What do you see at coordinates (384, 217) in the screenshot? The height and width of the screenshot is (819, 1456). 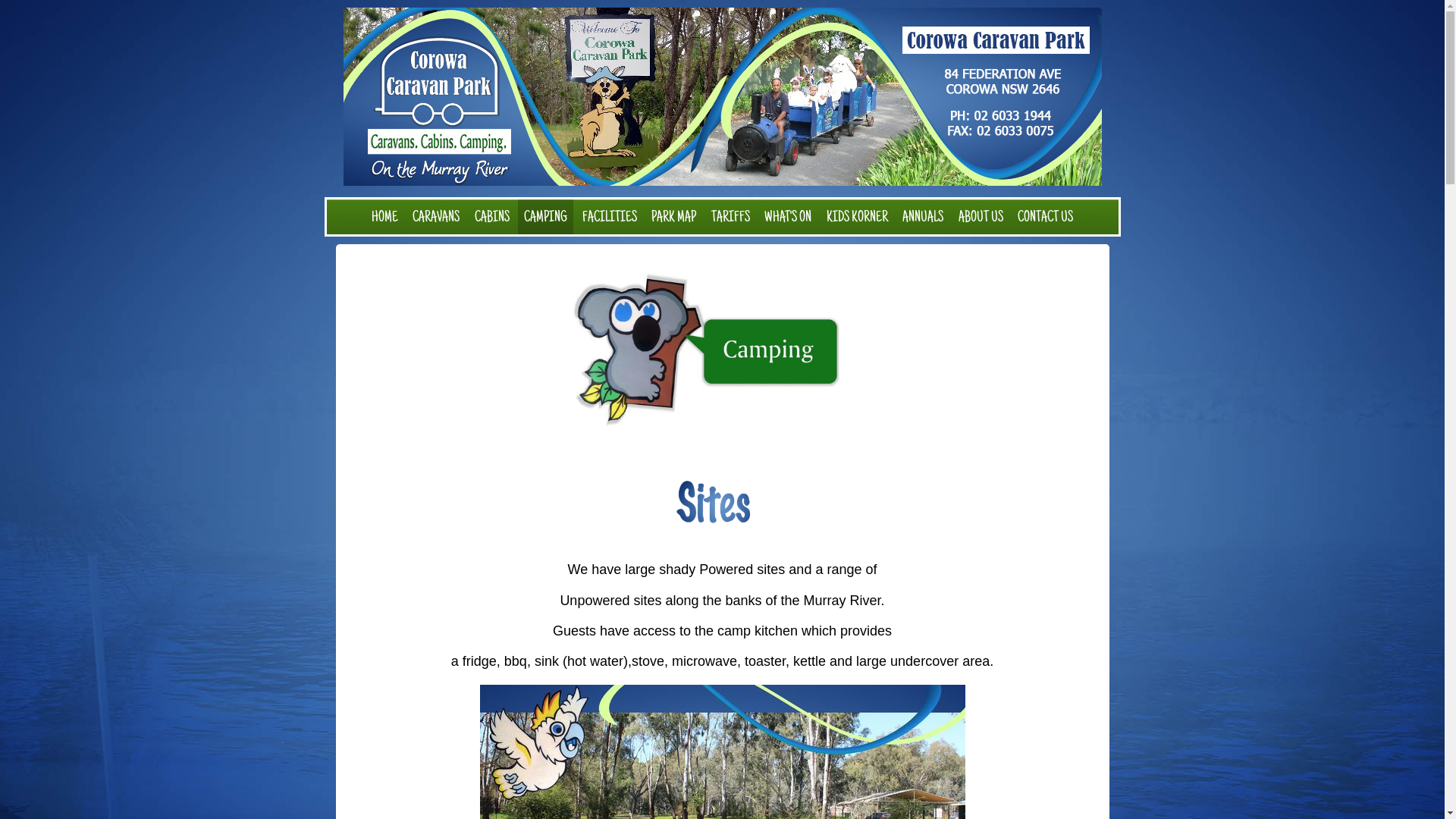 I see `'HOME'` at bounding box center [384, 217].